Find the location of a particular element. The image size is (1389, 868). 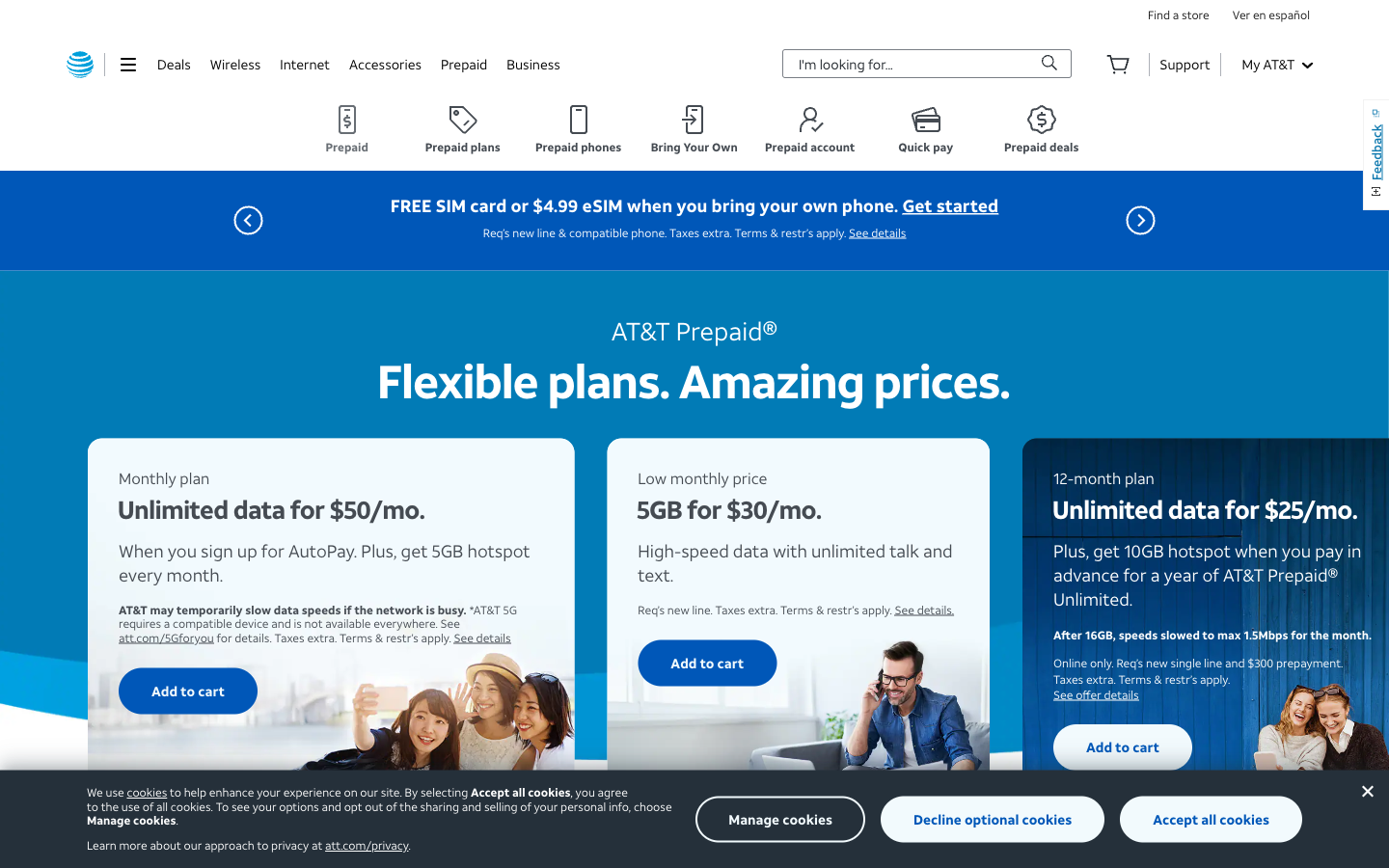

View deals is located at coordinates (173, 63).